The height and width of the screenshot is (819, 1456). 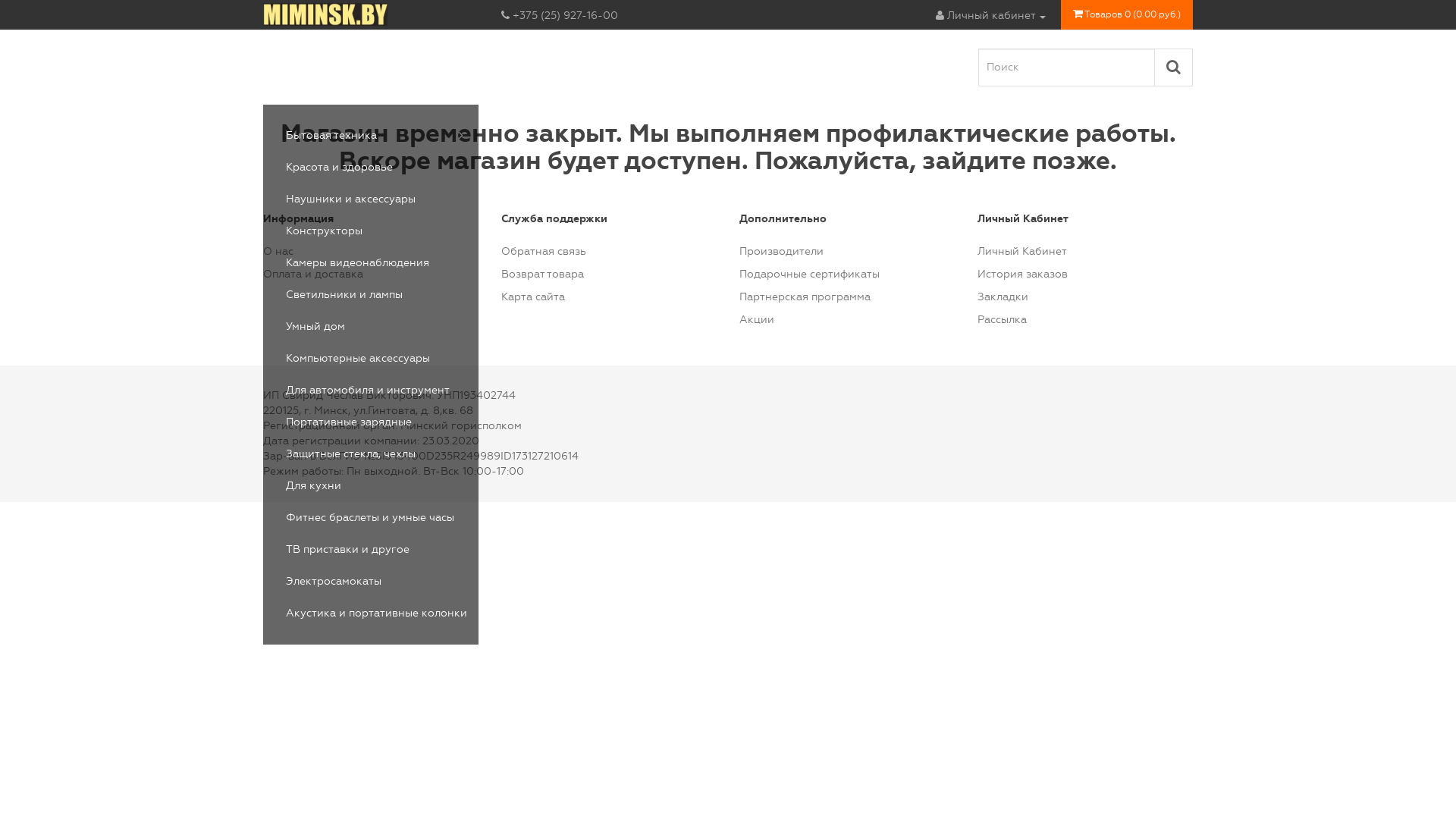 I want to click on 'Miminsk.by', so click(x=324, y=14).